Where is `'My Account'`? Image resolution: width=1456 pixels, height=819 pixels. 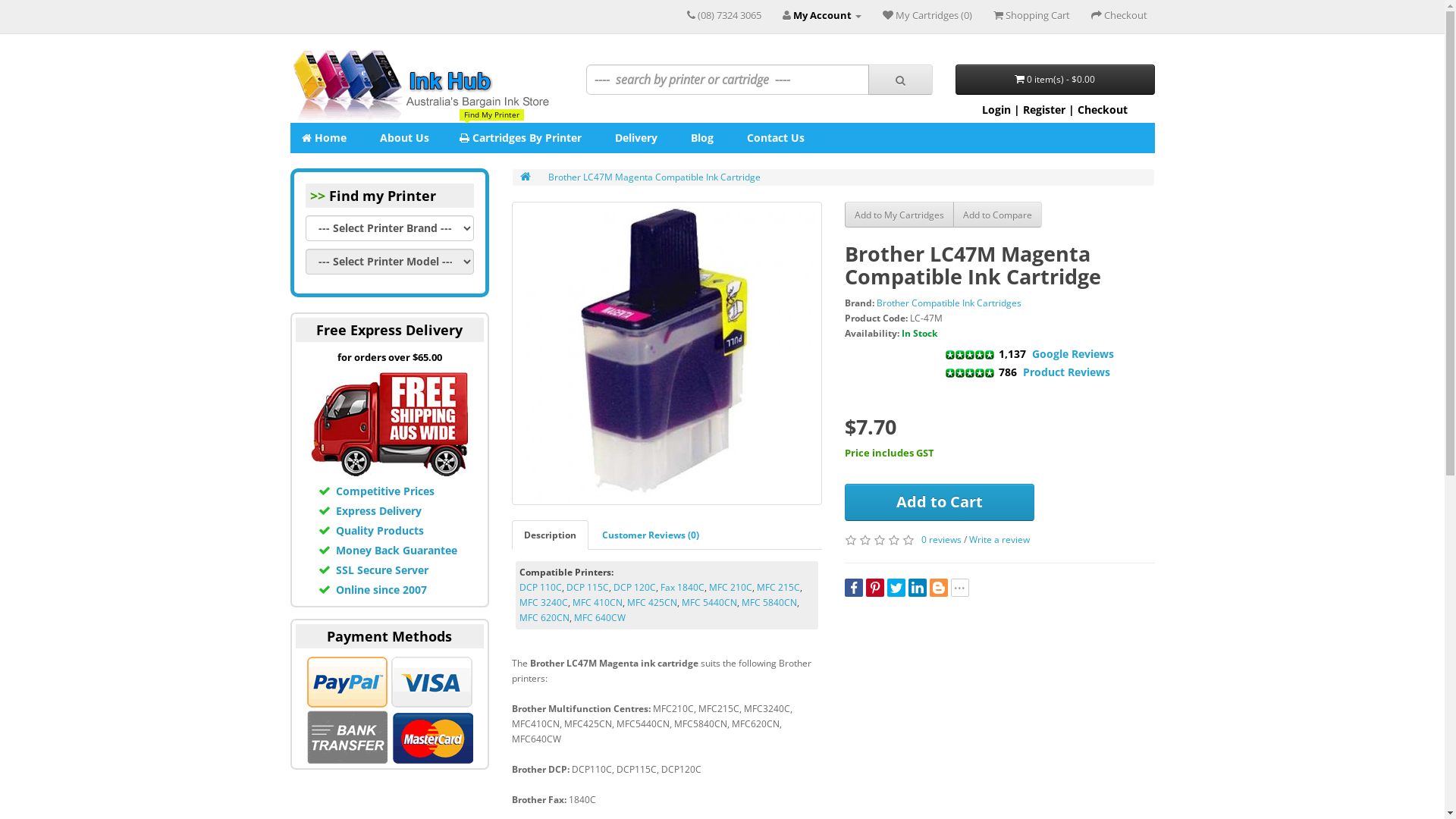
'My Account' is located at coordinates (821, 14).